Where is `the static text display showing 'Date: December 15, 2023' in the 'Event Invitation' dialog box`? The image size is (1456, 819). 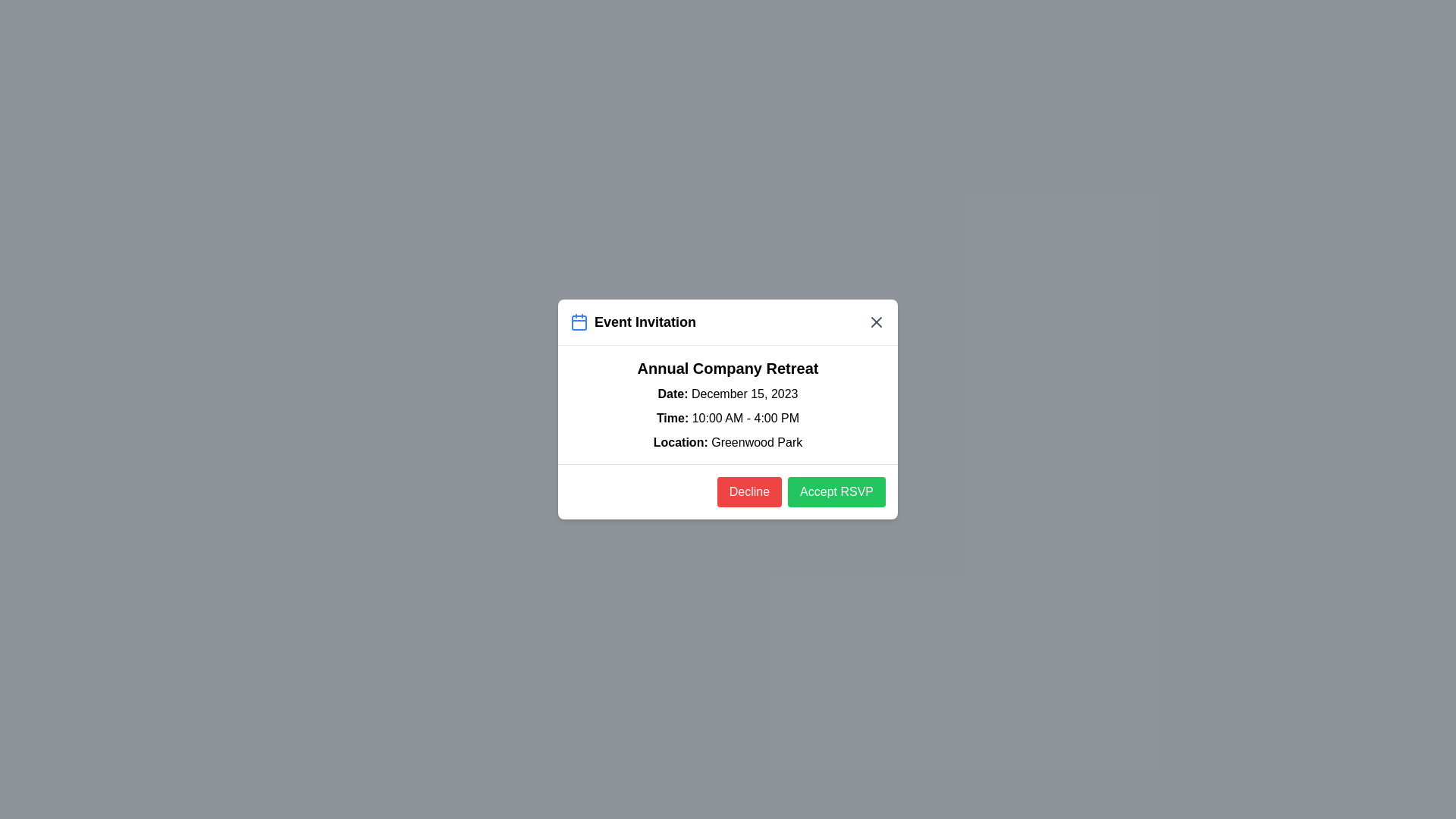
the static text display showing 'Date: December 15, 2023' in the 'Event Invitation' dialog box is located at coordinates (728, 394).